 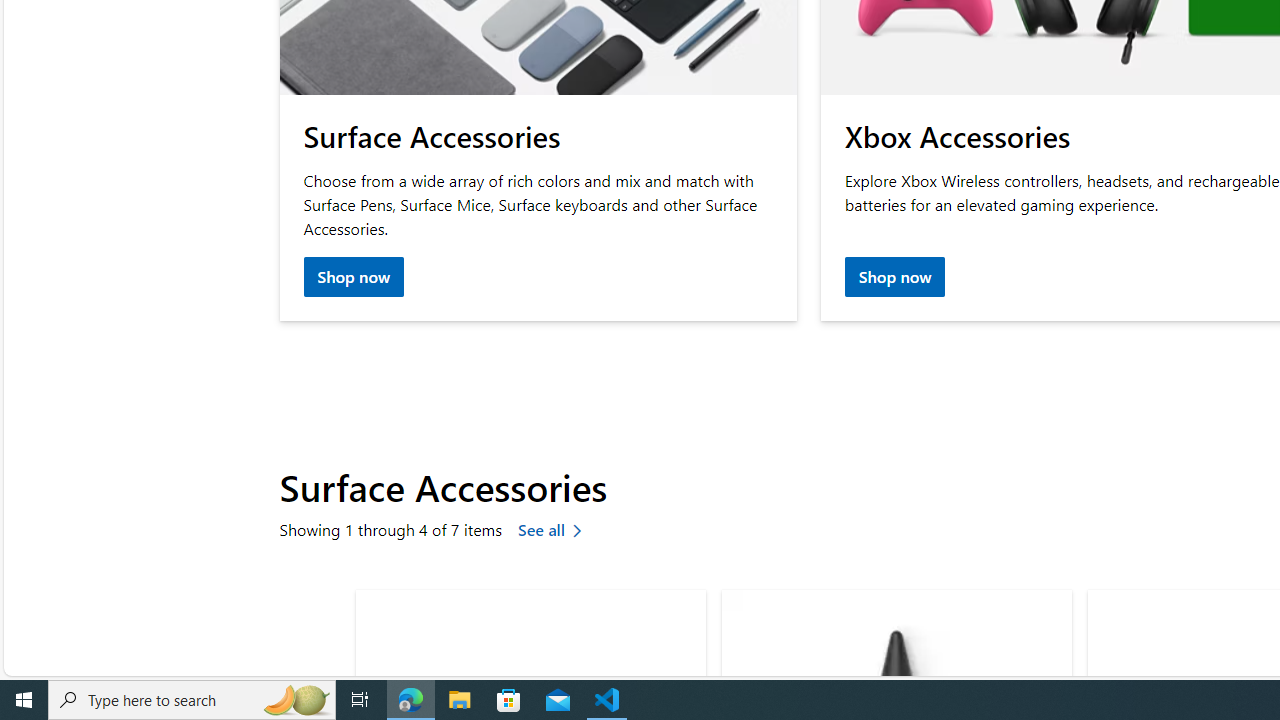 I want to click on 'Shop now Surface accessories', so click(x=353, y=278).